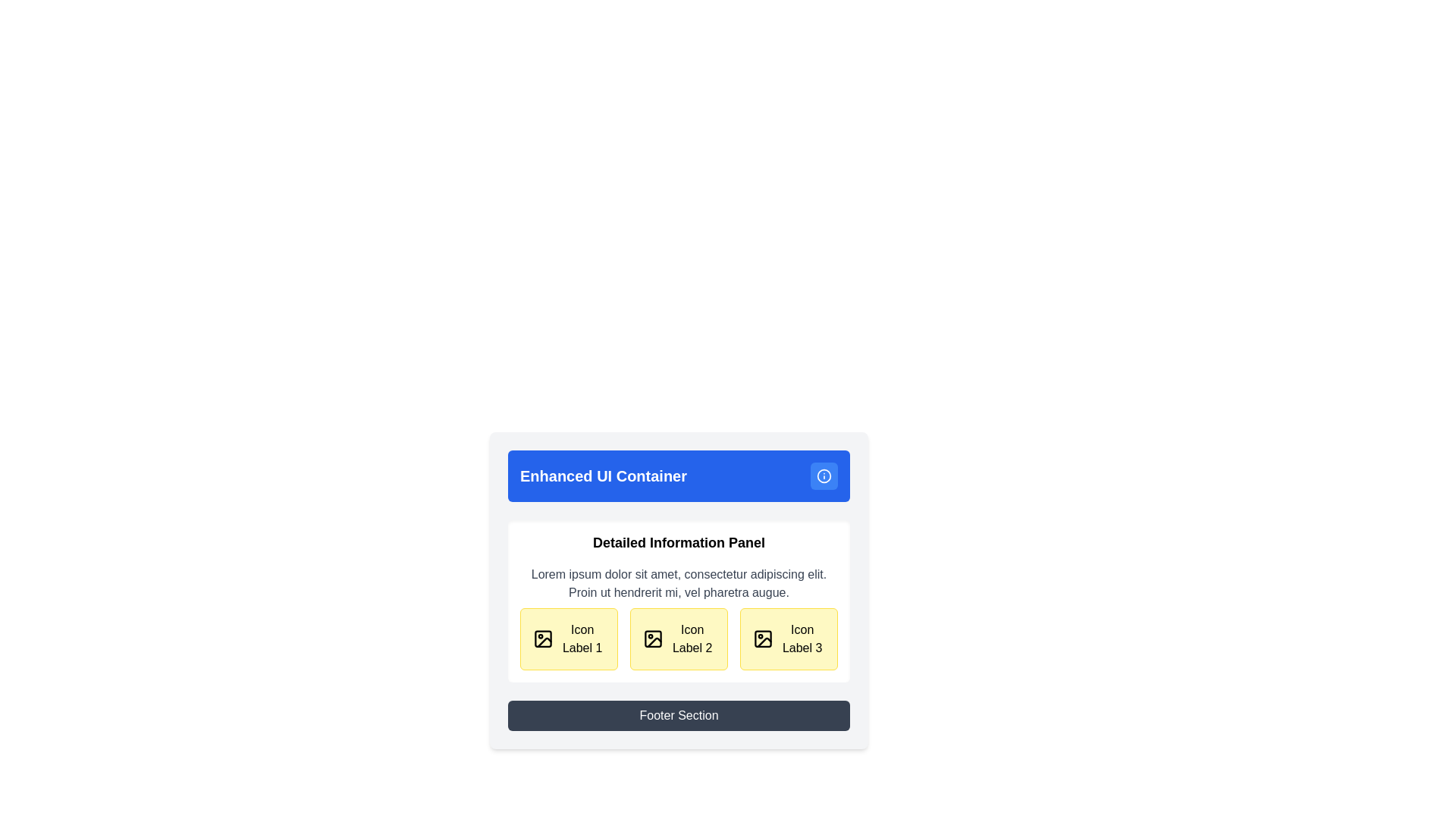  I want to click on the centrally positioned Information Panel or Modal that provides details or options to the user, so click(678, 593).